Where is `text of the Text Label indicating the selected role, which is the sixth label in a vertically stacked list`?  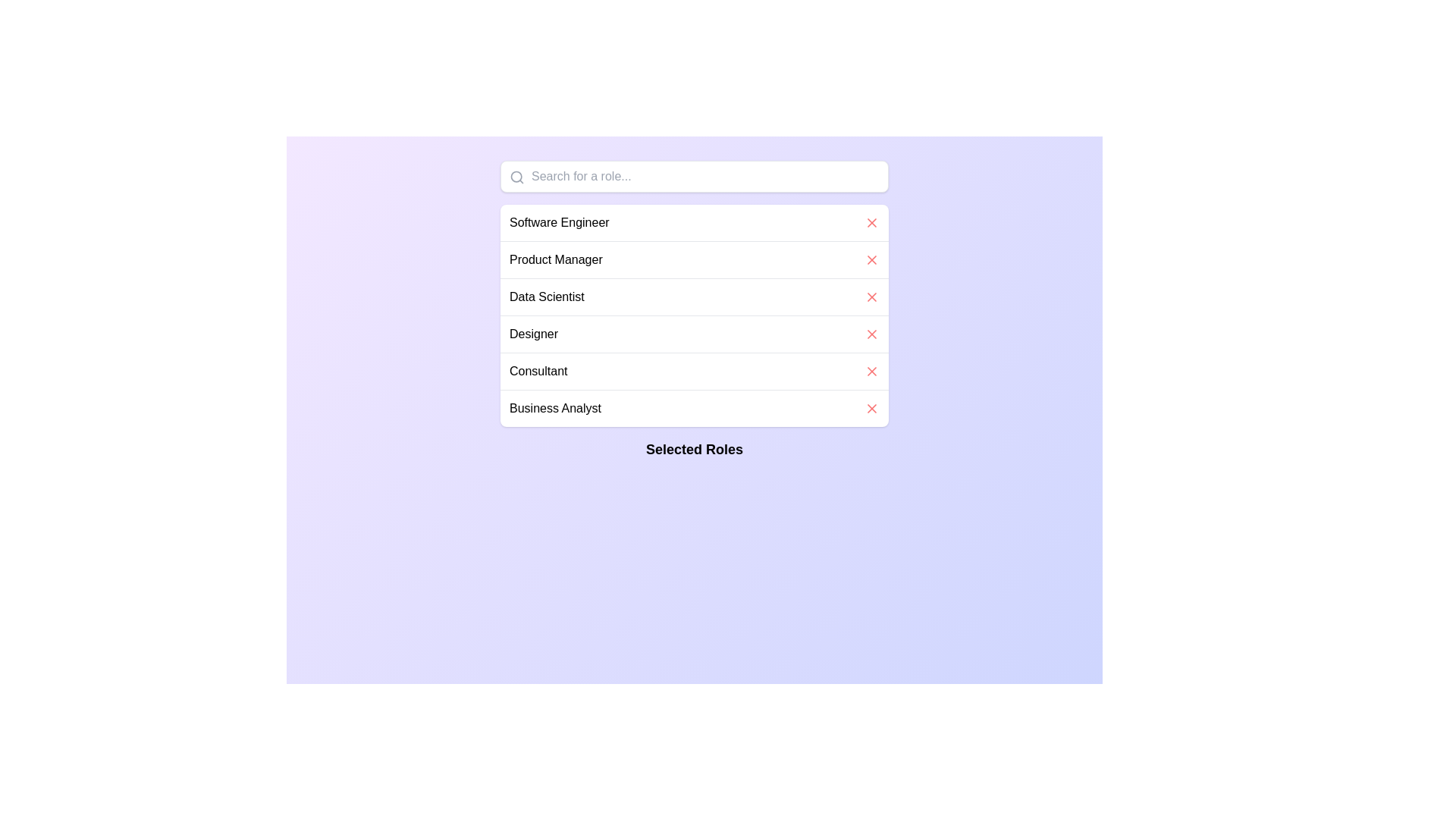 text of the Text Label indicating the selected role, which is the sixth label in a vertically stacked list is located at coordinates (554, 408).